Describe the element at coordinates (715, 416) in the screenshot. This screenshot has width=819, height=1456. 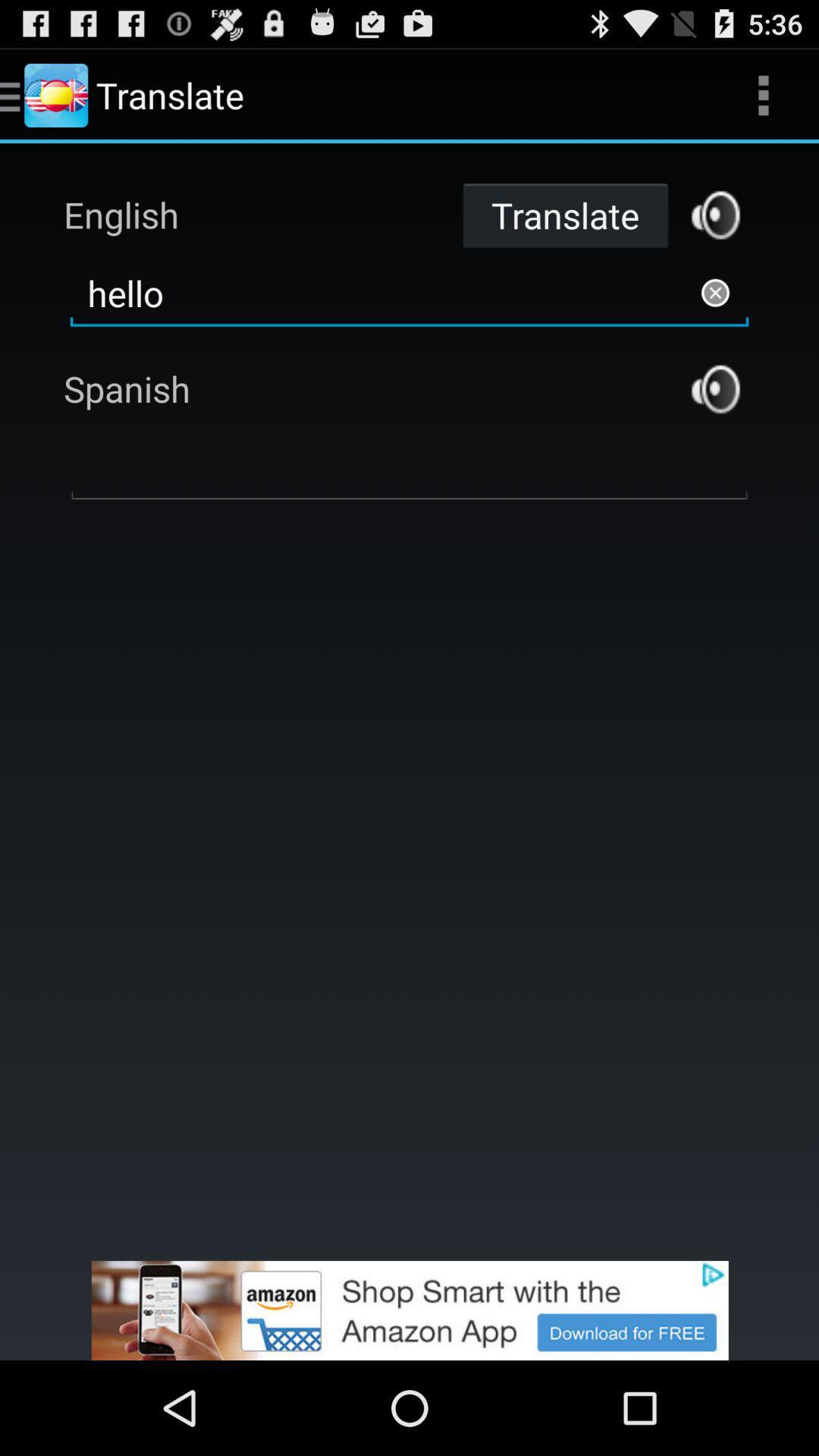
I see `the volume icon` at that location.